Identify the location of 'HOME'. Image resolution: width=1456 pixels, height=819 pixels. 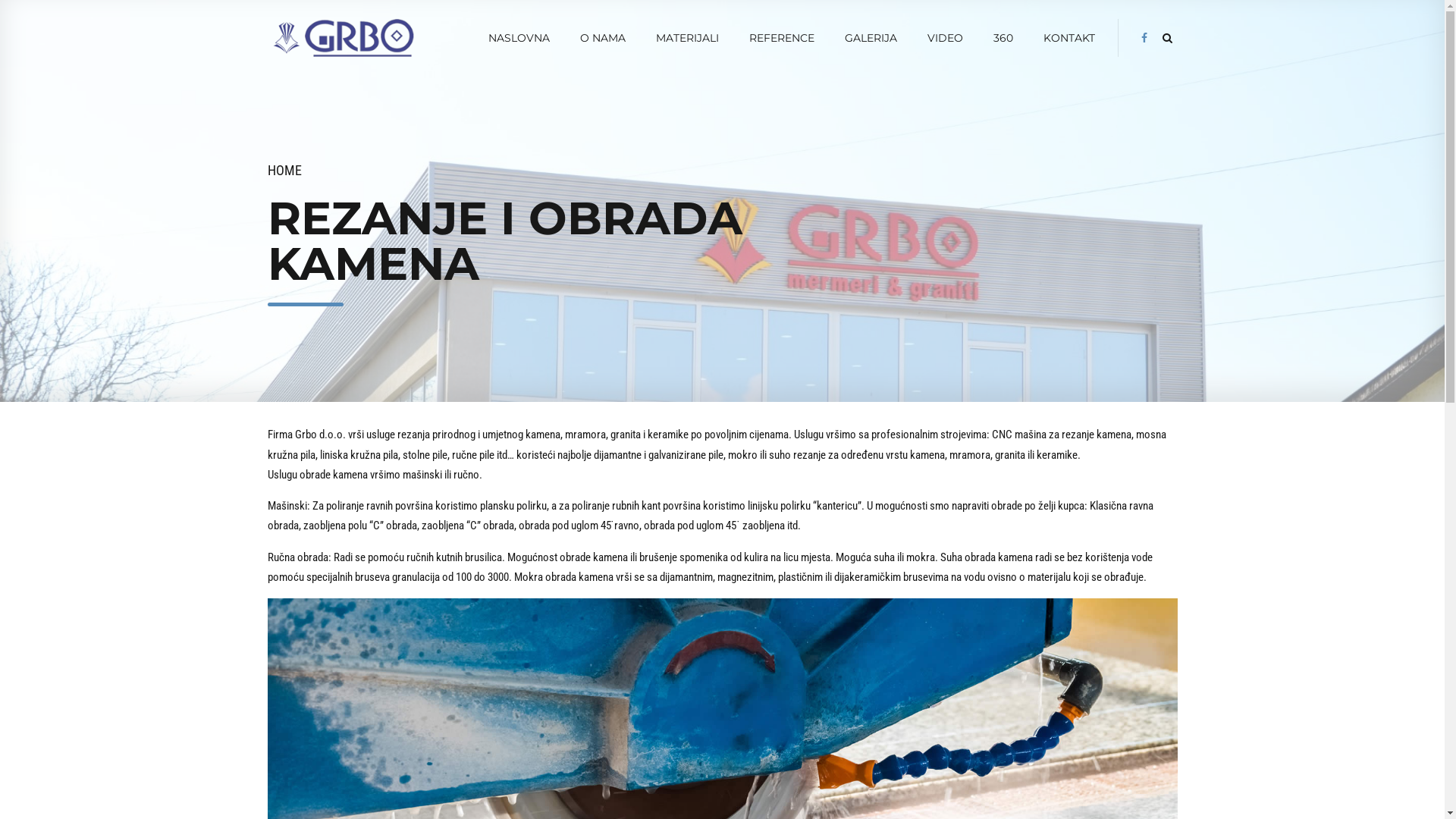
(284, 170).